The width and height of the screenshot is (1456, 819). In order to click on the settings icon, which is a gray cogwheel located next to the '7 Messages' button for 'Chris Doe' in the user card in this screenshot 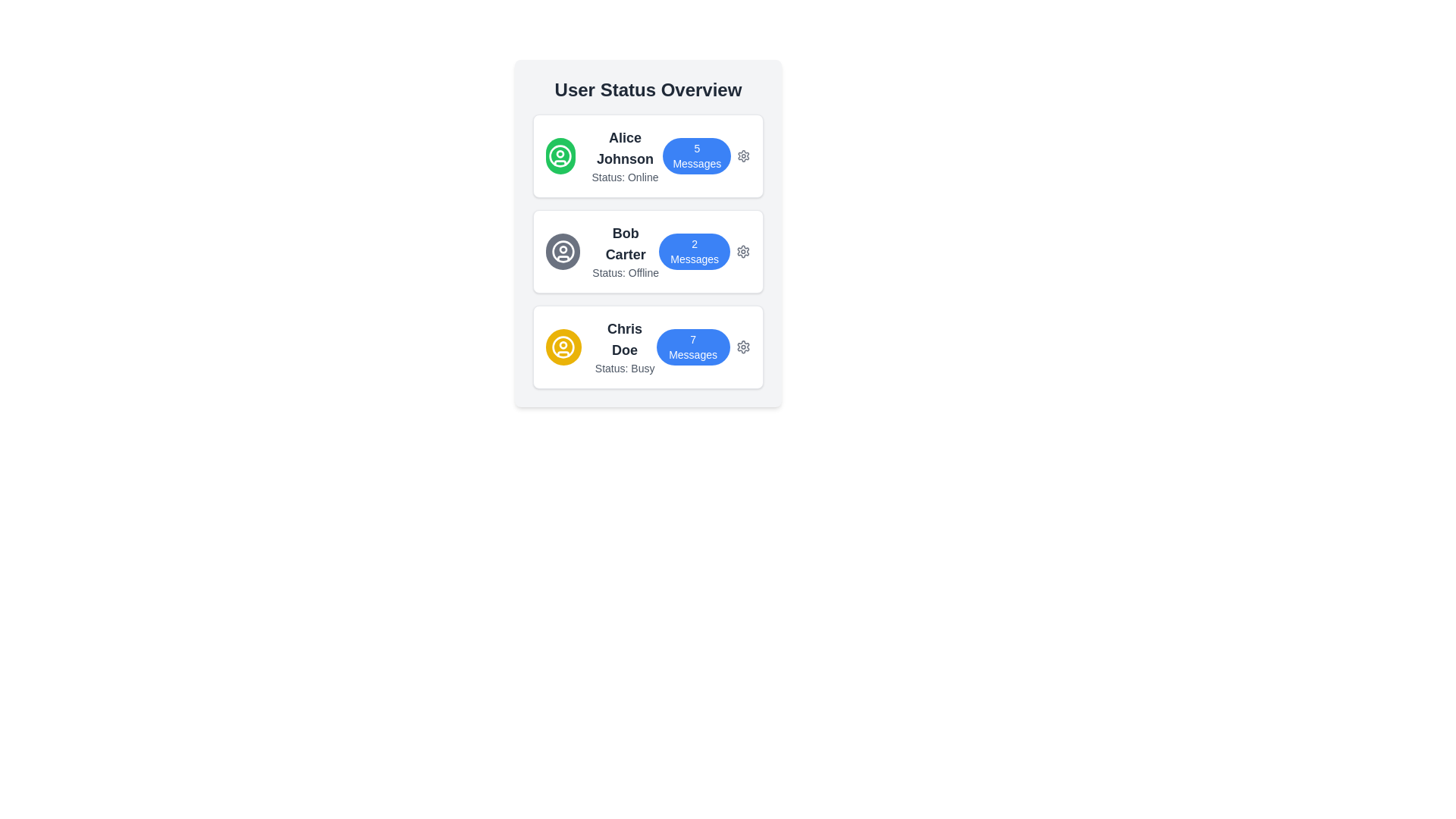, I will do `click(743, 347)`.